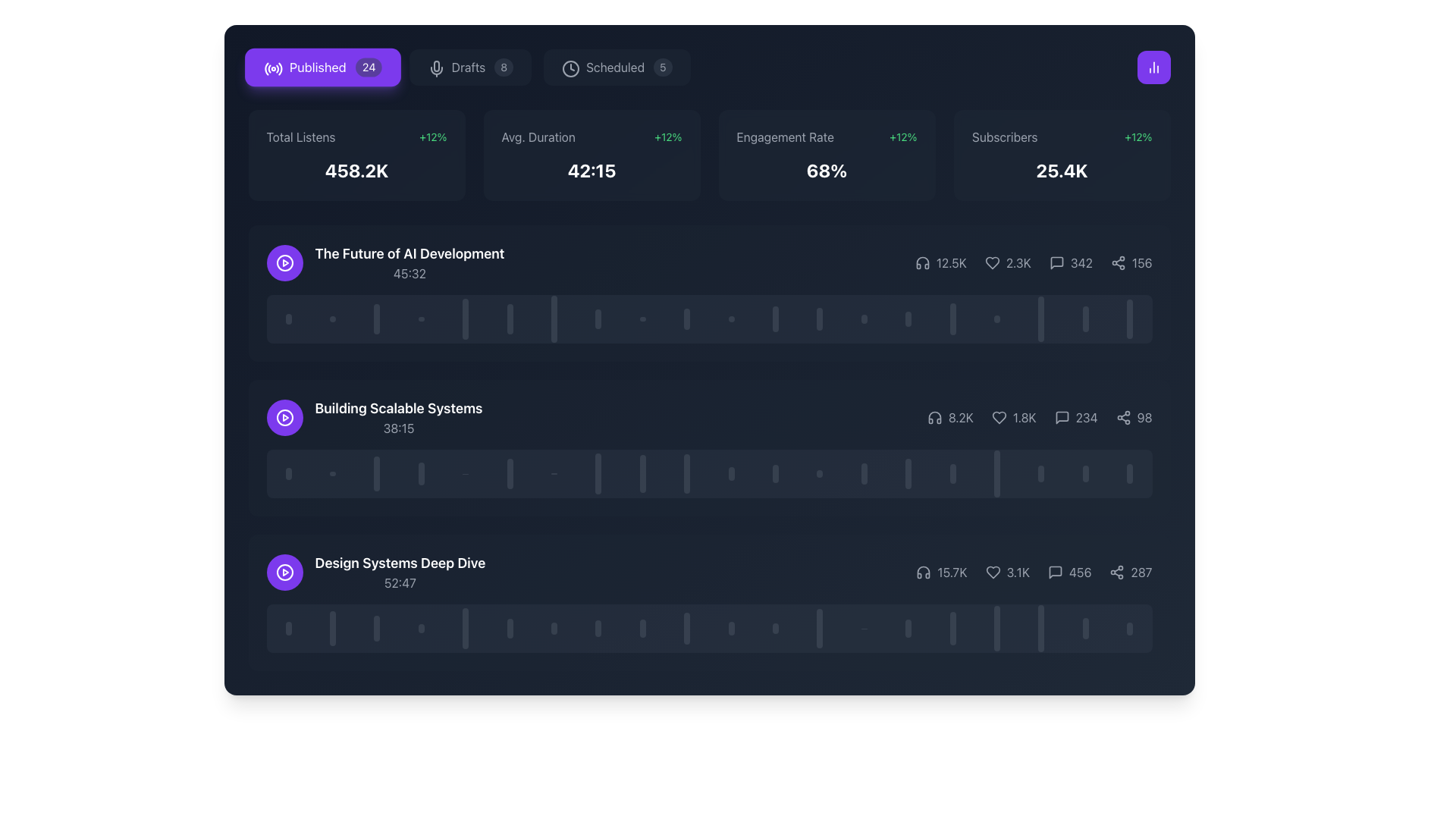  Describe the element at coordinates (686, 629) in the screenshot. I see `the tenth vertical bar in the graph located below the 'Design Systems Deep Dive' title` at that location.